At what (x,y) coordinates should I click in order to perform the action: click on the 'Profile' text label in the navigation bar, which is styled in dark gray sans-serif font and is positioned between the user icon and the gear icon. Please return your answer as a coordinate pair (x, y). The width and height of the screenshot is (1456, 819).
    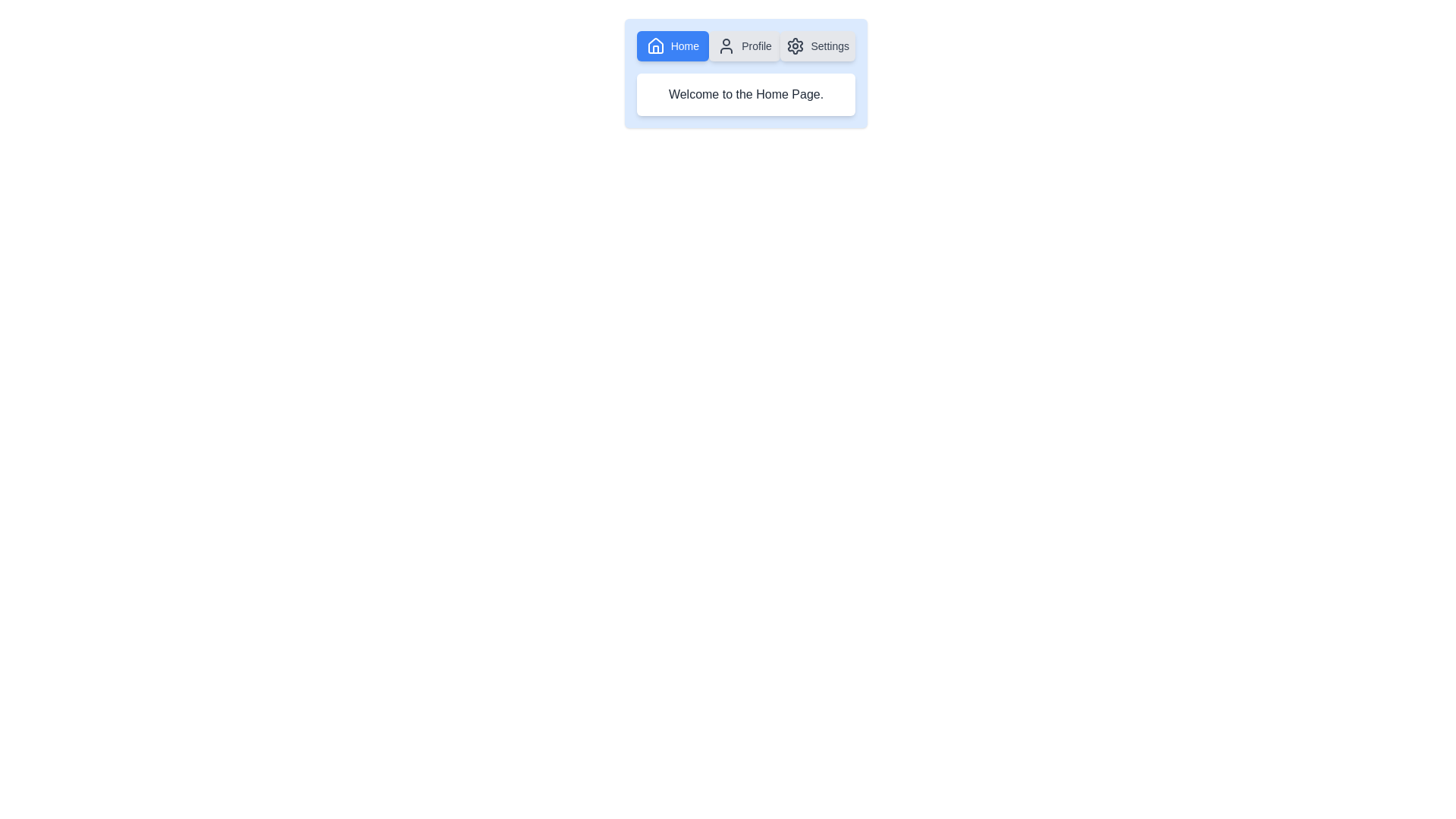
    Looking at the image, I should click on (757, 45).